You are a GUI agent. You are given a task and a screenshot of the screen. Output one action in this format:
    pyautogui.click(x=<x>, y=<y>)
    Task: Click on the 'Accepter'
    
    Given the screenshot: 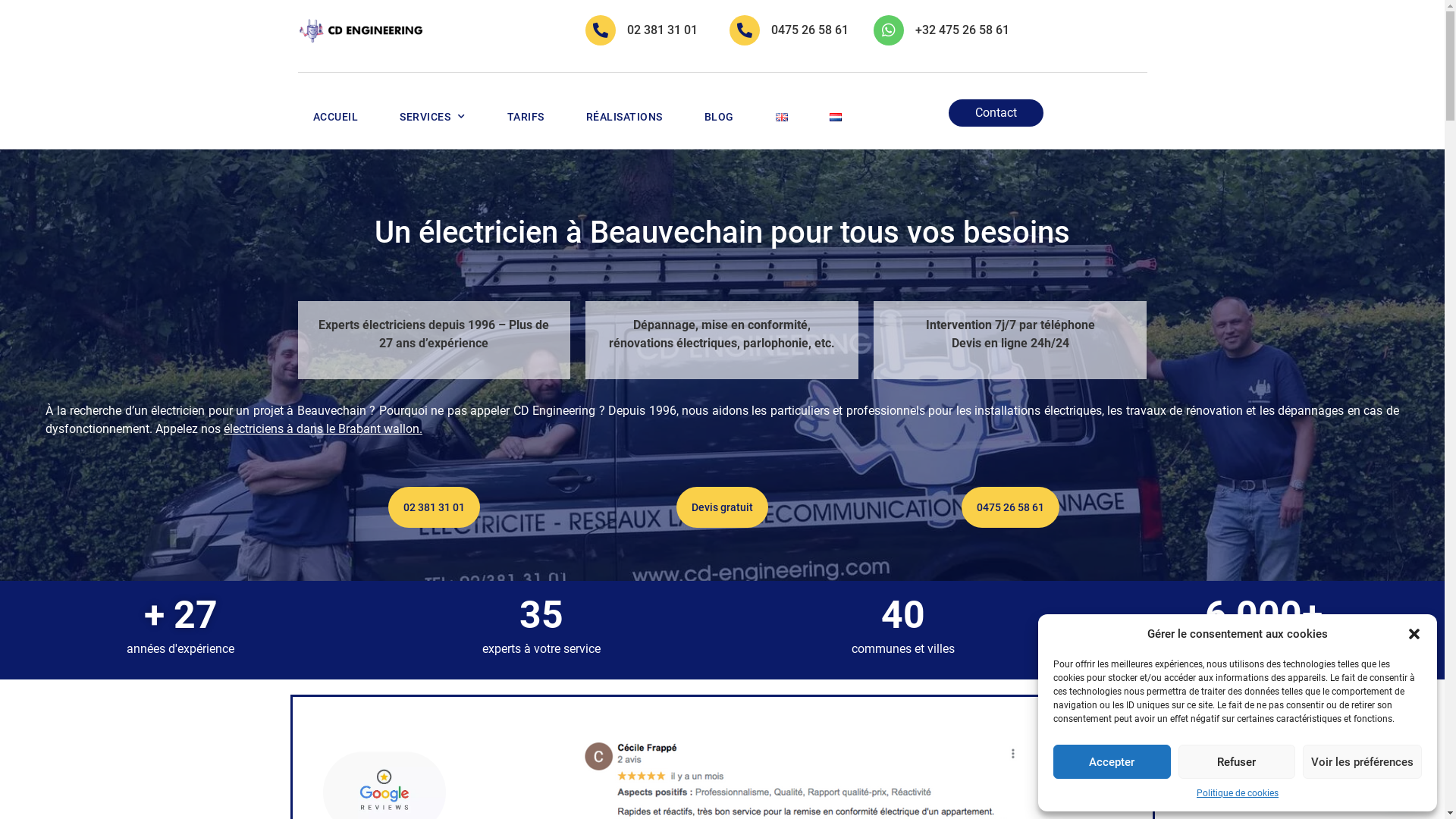 What is the action you would take?
    pyautogui.click(x=1112, y=761)
    